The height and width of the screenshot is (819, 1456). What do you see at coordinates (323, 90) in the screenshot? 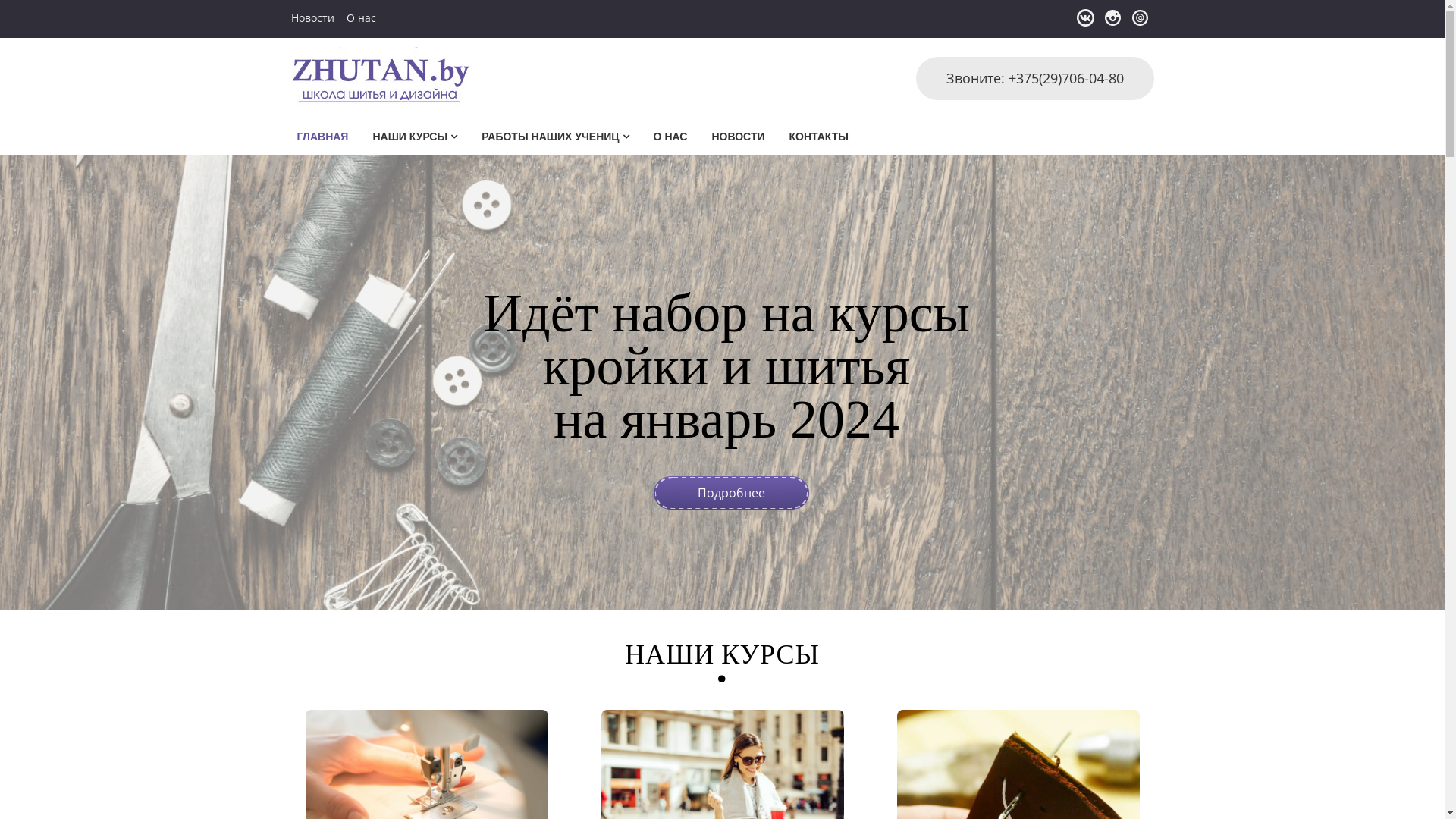
I see `'zhutan'` at bounding box center [323, 90].